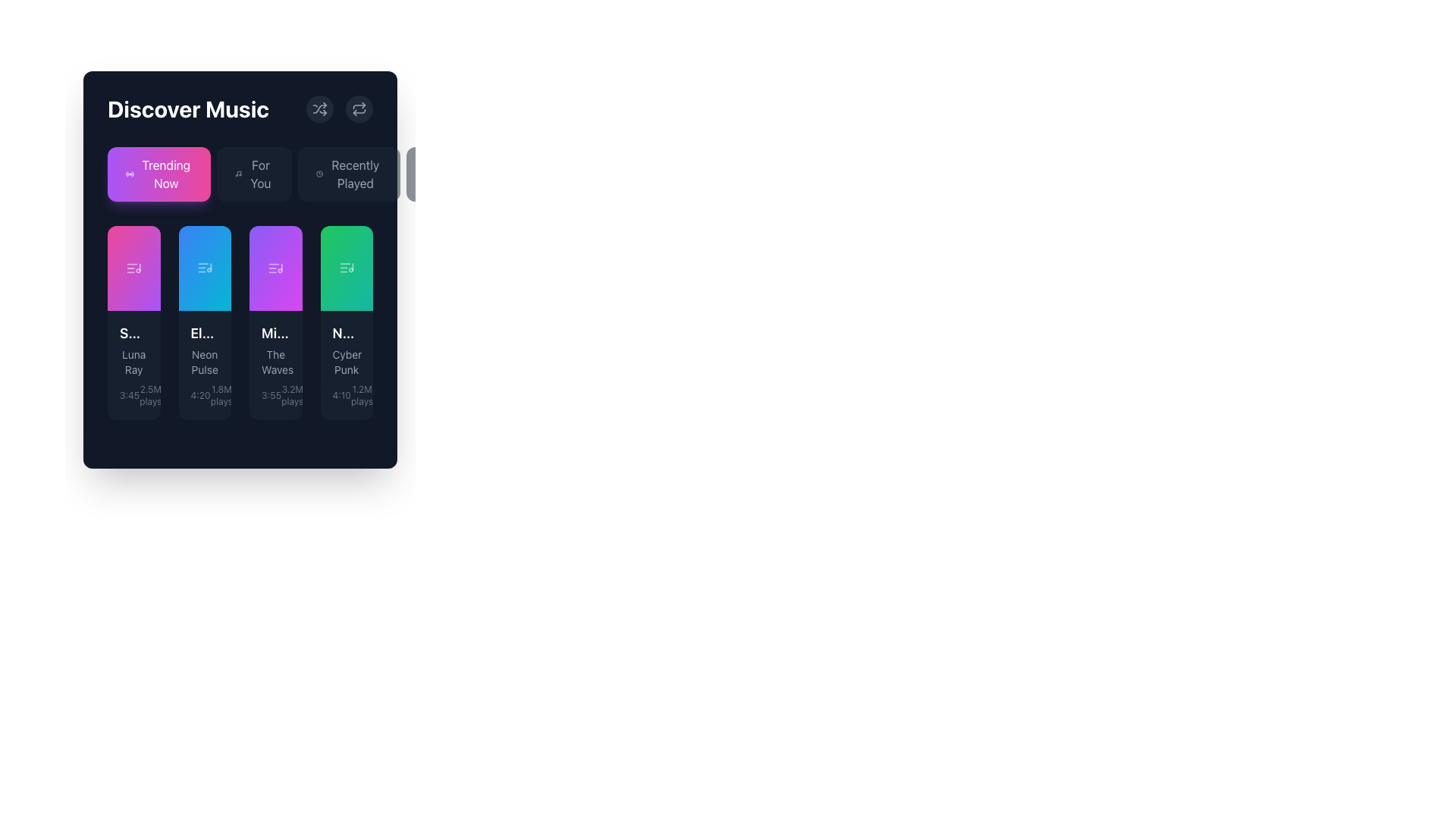 The image size is (1456, 819). What do you see at coordinates (221, 394) in the screenshot?
I see `the plays label indicating the popularity of the track 'Neon Pulse', located below its card in the grid layout` at bounding box center [221, 394].